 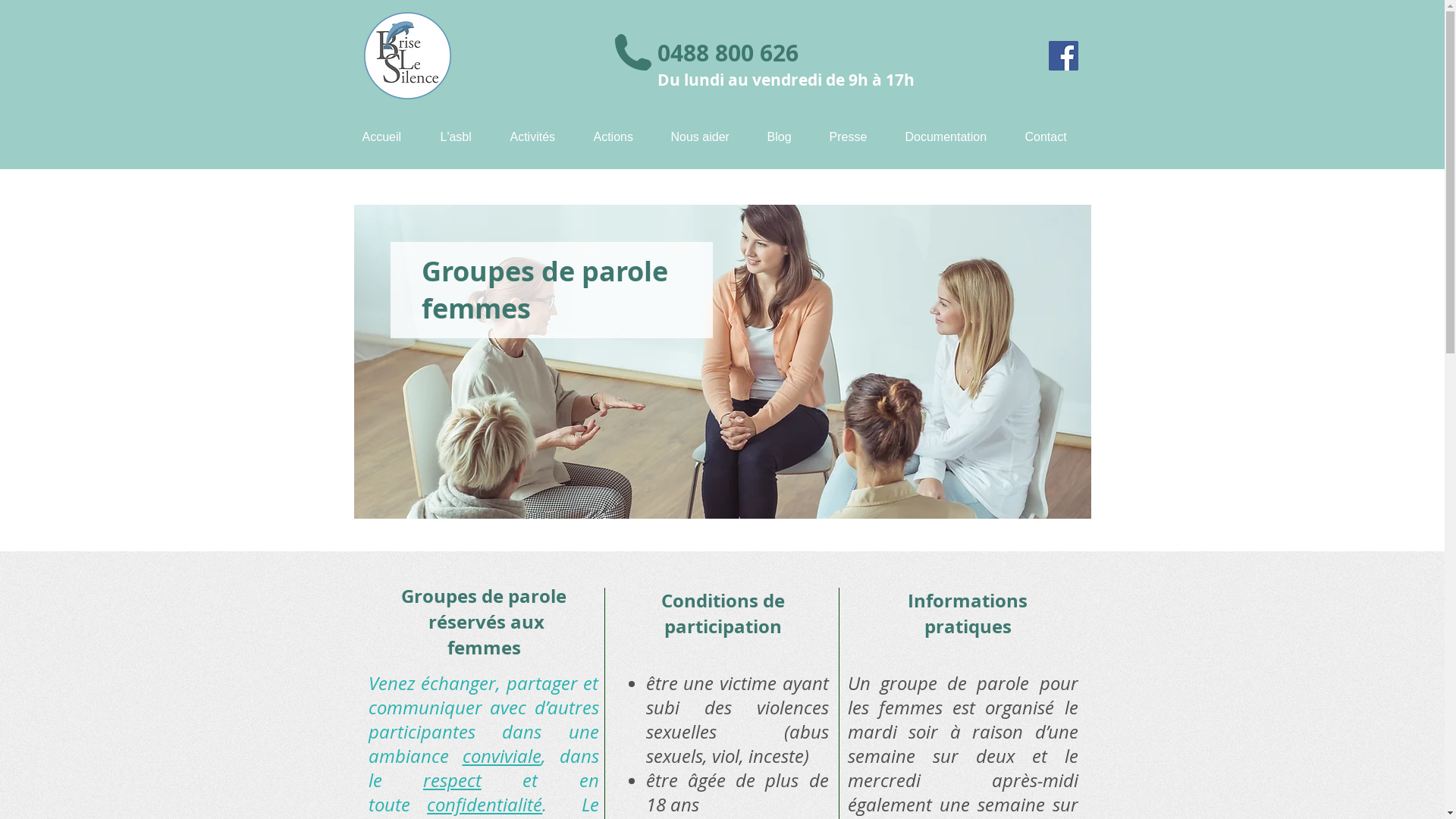 What do you see at coordinates (1052, 136) in the screenshot?
I see `'Contact'` at bounding box center [1052, 136].